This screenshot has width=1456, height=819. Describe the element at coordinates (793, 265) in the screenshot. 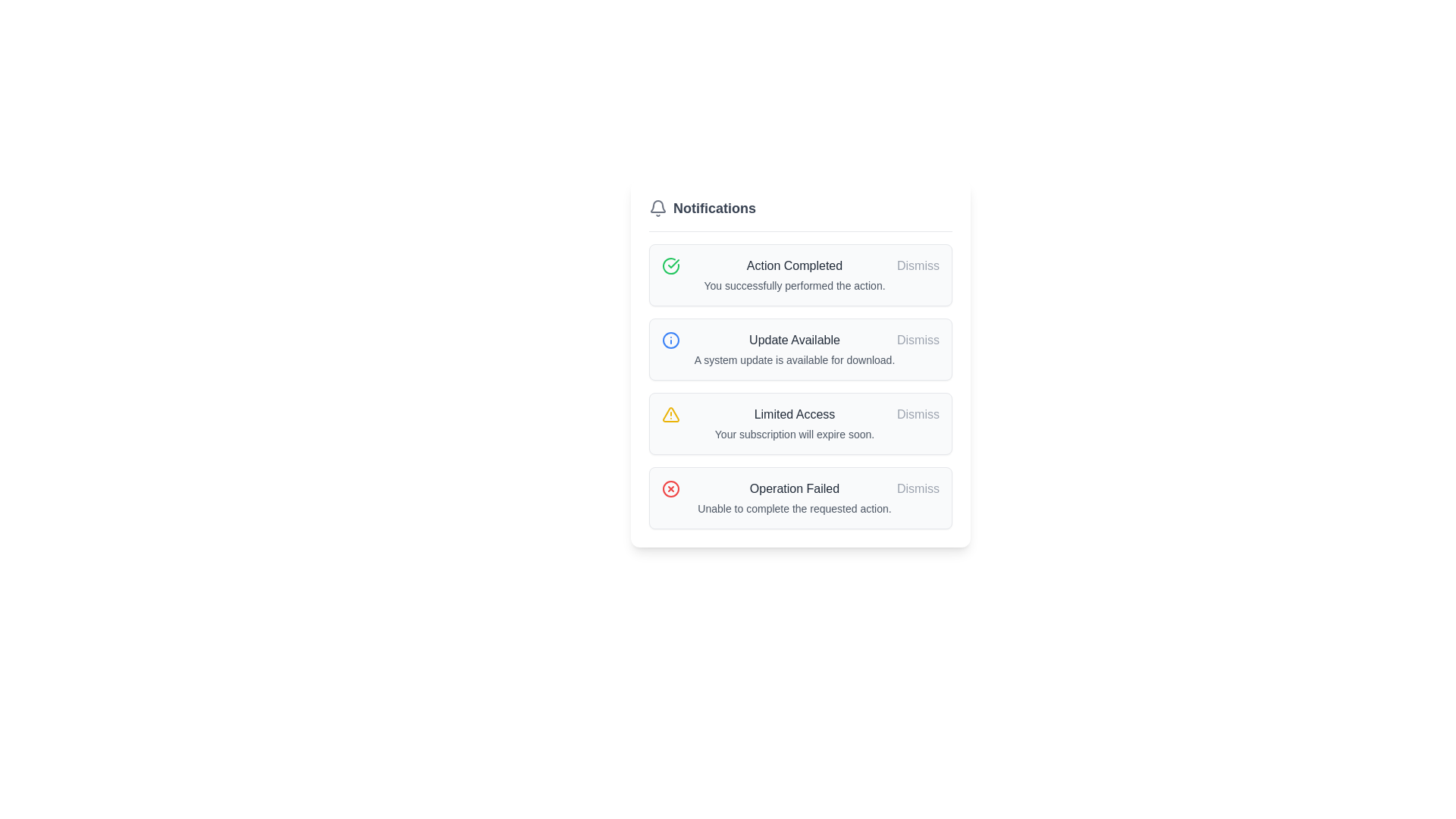

I see `text label displaying 'Action Completed' in dark gray, styled with a bold font, located in the topmost card of a vertical list of notifications` at that location.